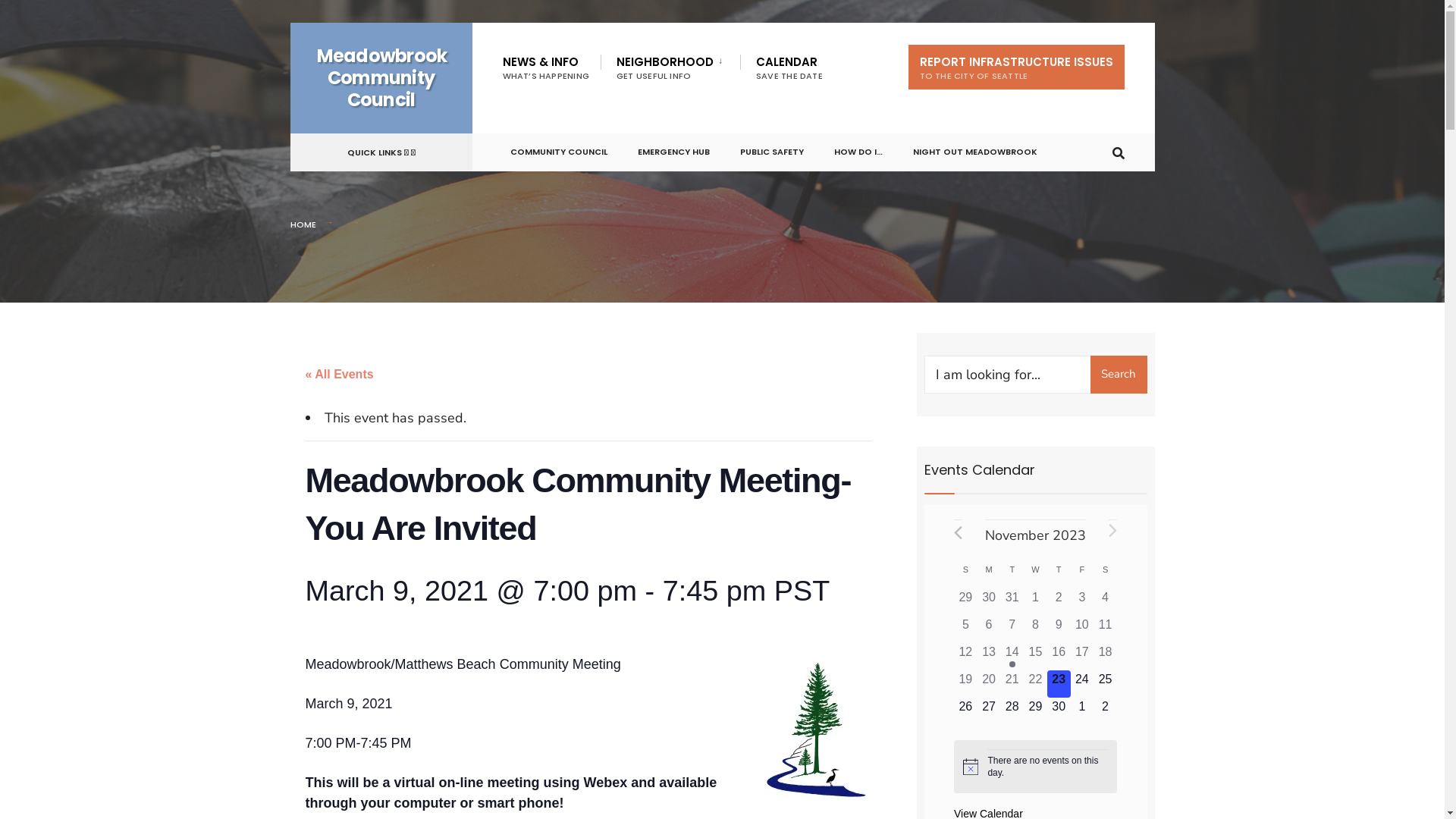  Describe the element at coordinates (1093, 656) in the screenshot. I see `'0 events,` at that location.